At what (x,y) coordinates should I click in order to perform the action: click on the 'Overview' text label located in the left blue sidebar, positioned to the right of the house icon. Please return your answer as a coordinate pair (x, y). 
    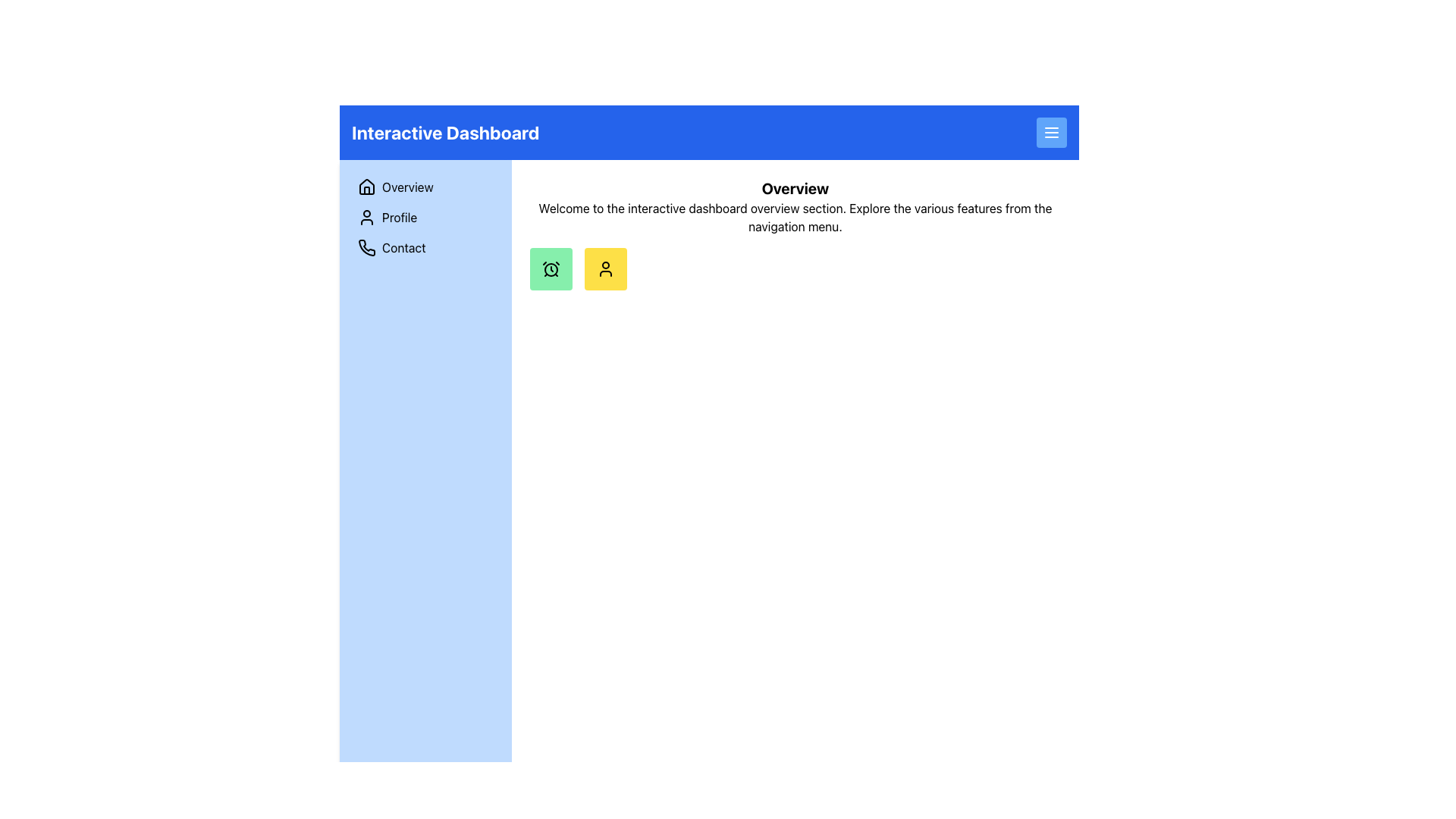
    Looking at the image, I should click on (407, 186).